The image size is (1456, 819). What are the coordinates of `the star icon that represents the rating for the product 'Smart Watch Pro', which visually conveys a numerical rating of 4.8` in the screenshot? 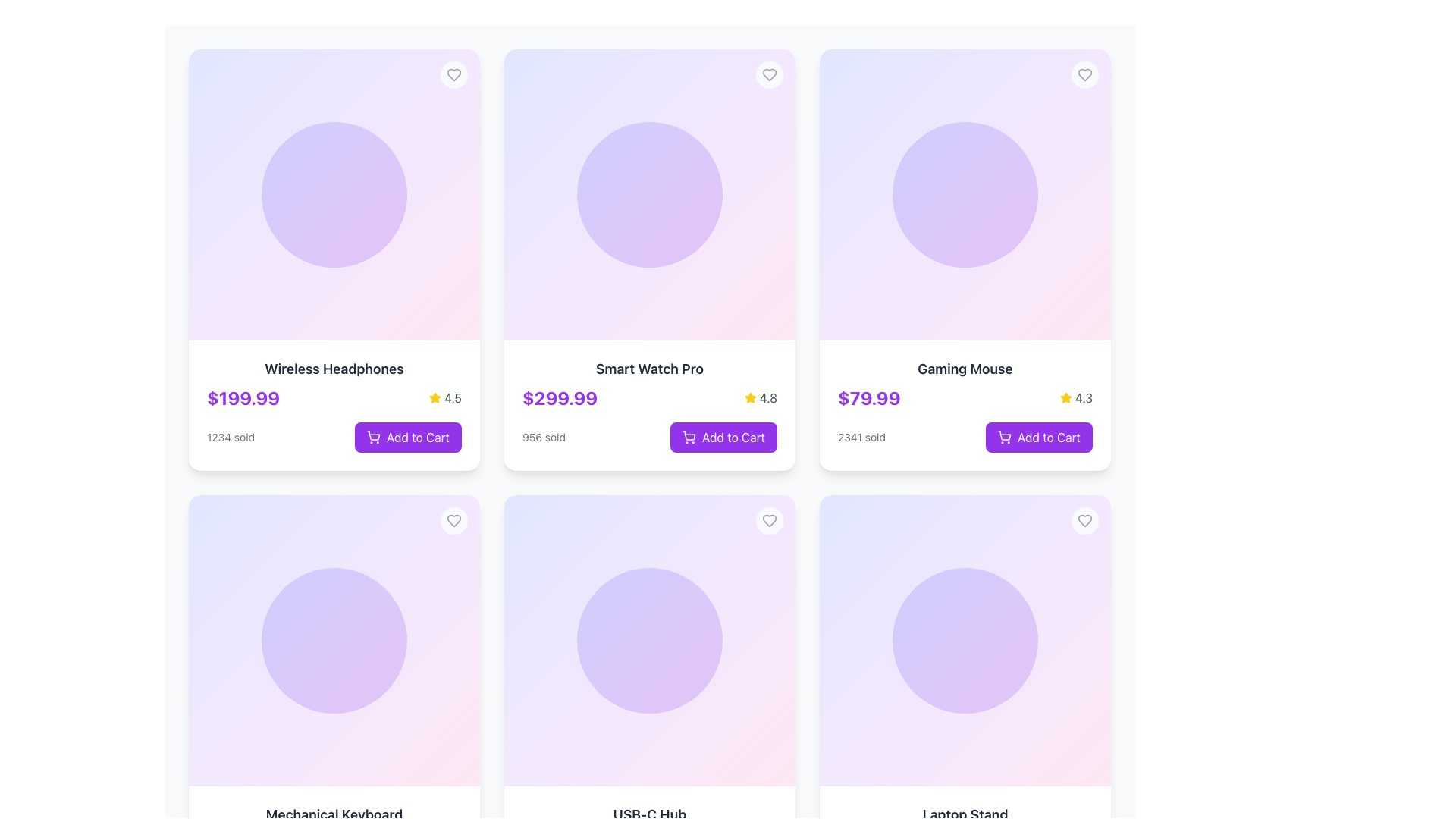 It's located at (750, 397).